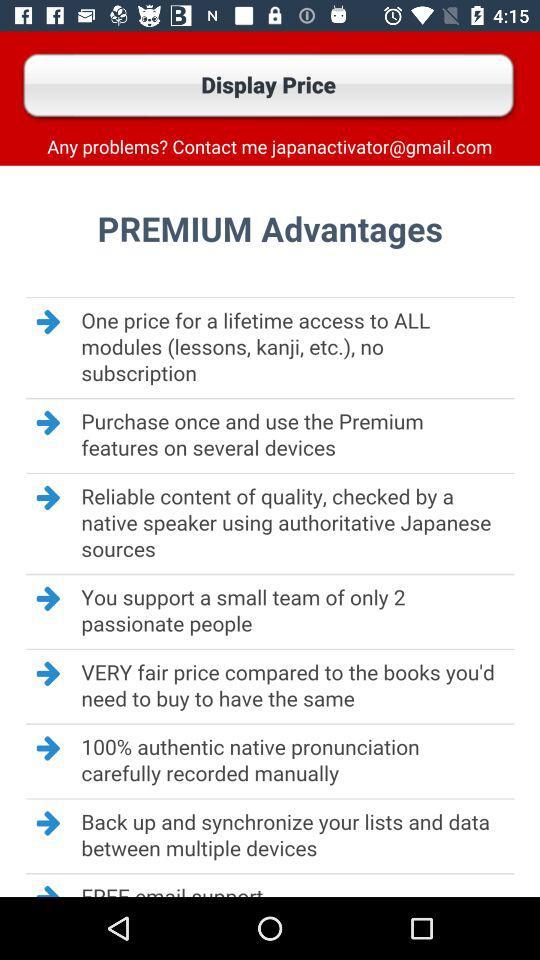  I want to click on advantage page, so click(270, 530).